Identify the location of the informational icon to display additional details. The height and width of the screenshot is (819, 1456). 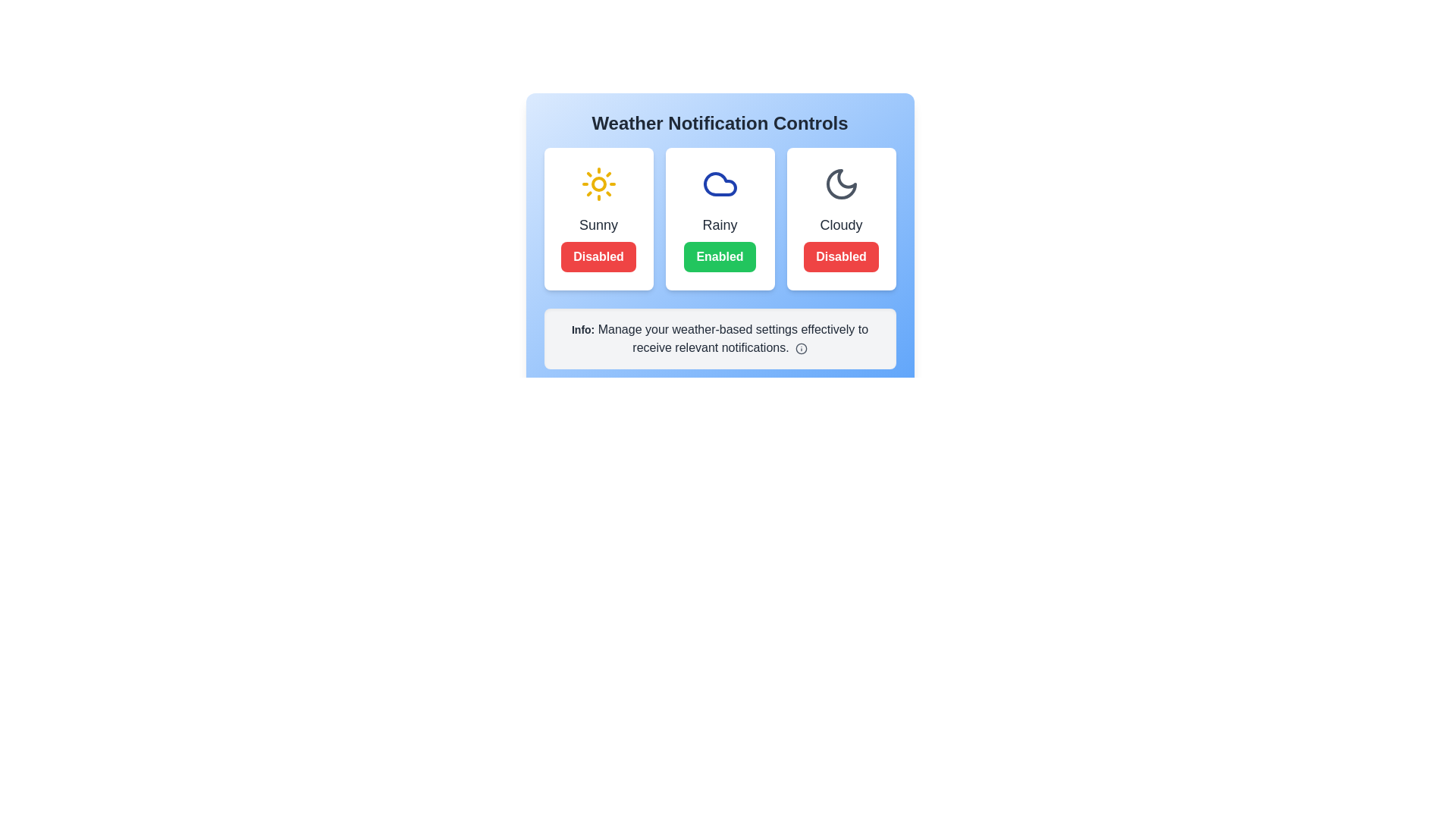
(800, 348).